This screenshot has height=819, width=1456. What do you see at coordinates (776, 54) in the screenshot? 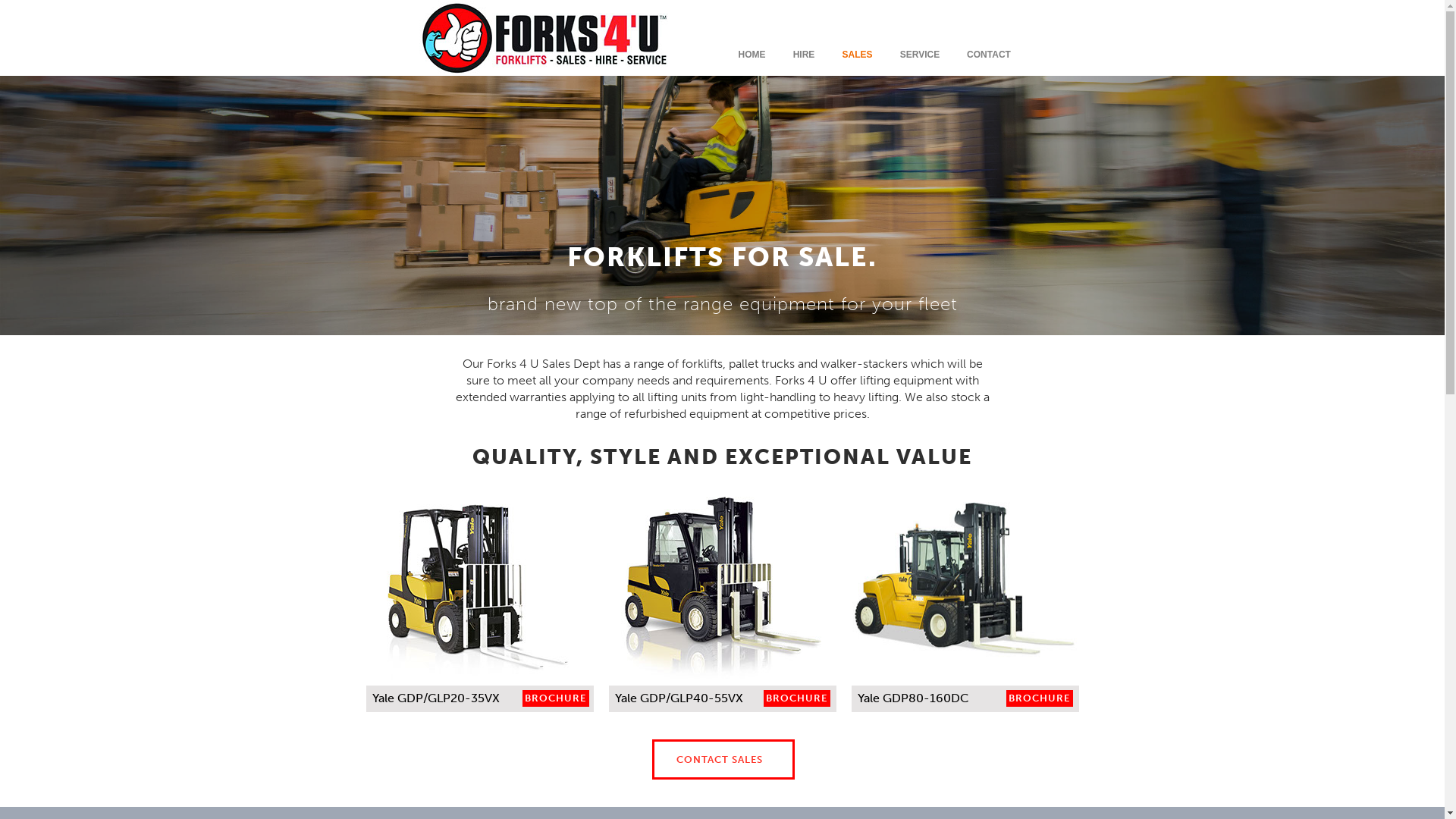
I see `'HIRE'` at bounding box center [776, 54].